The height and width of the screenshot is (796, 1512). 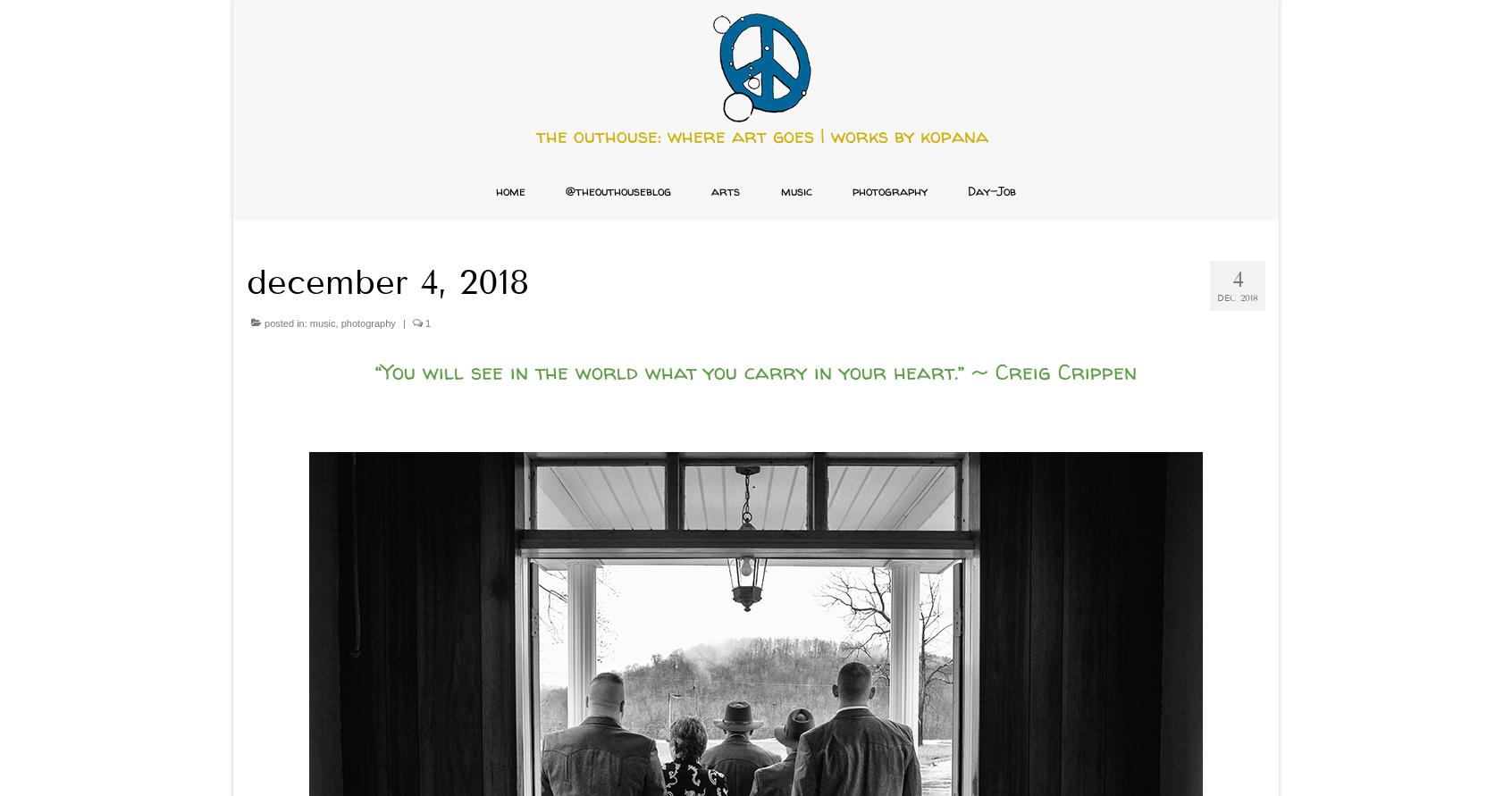 I want to click on '|', so click(x=402, y=323).